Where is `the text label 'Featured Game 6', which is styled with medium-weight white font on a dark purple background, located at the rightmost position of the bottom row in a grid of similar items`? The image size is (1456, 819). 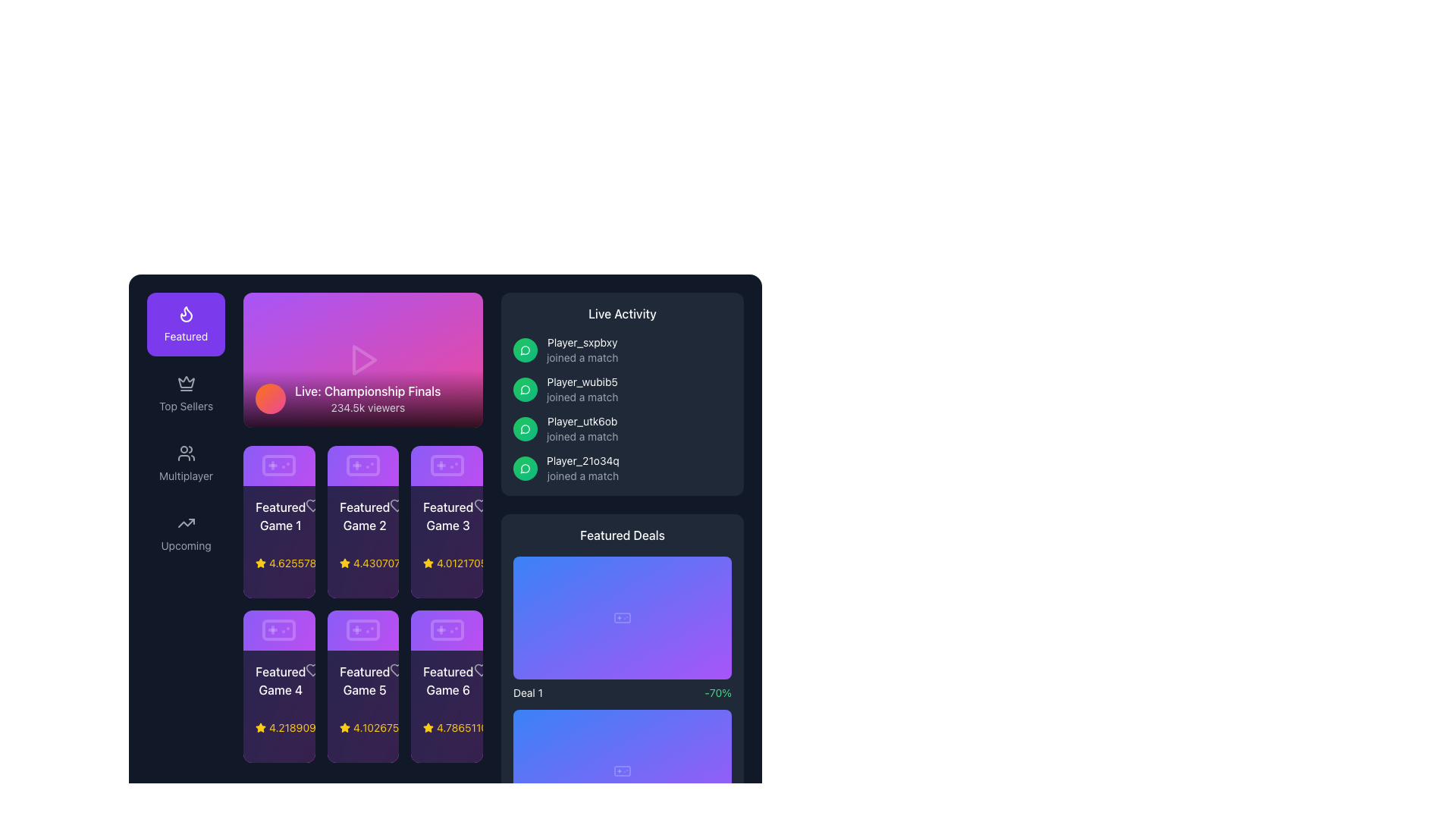
the text label 'Featured Game 6', which is styled with medium-weight white font on a dark purple background, located at the rightmost position of the bottom row in a grid of similar items is located at coordinates (447, 680).